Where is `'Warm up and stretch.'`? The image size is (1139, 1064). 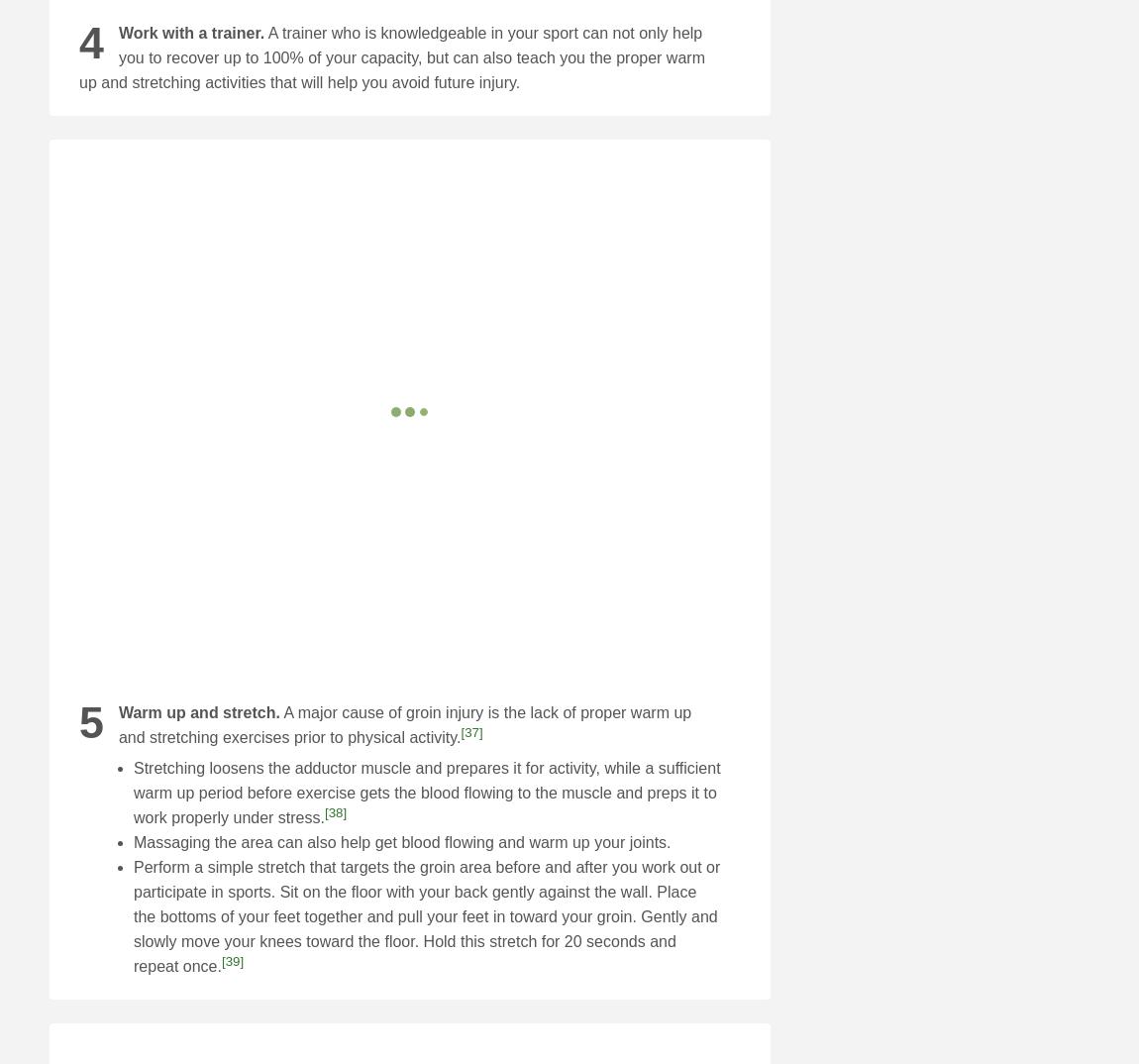 'Warm up and stretch.' is located at coordinates (197, 712).